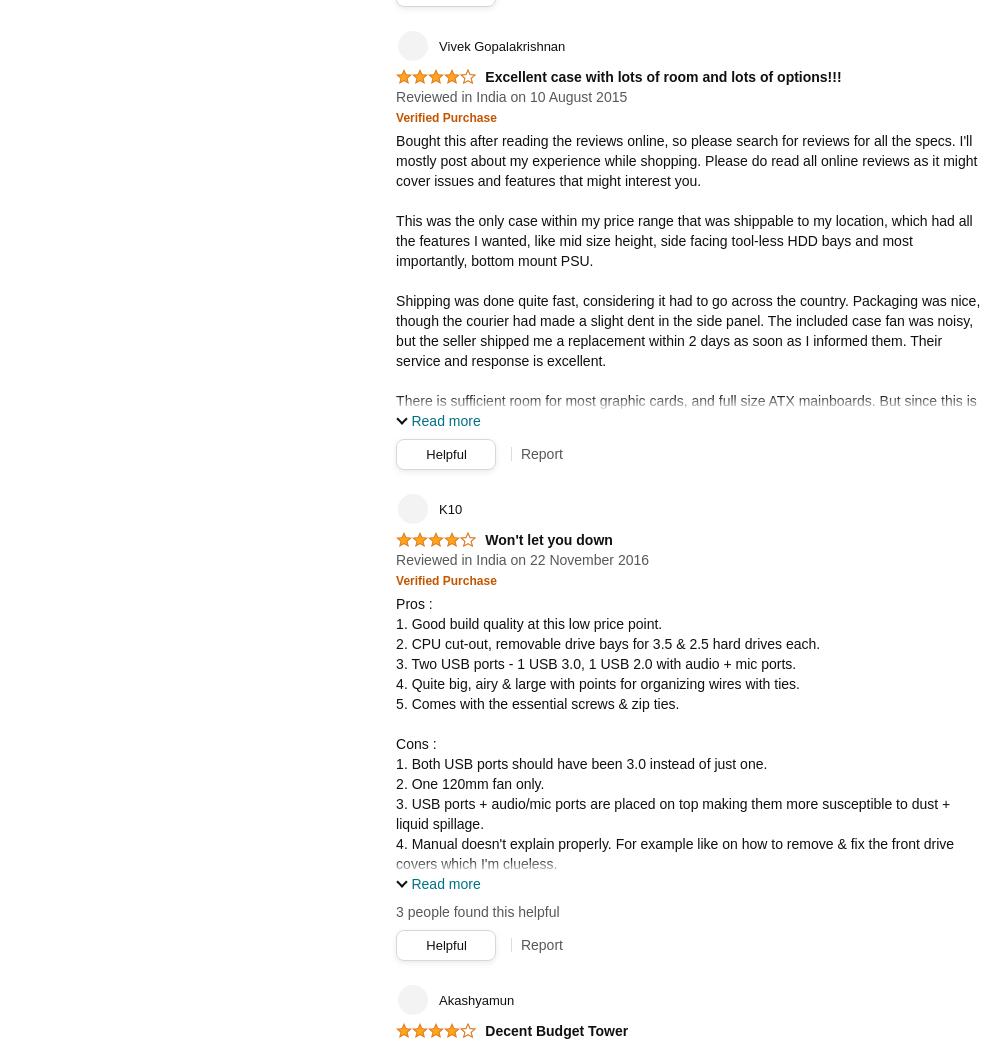 This screenshot has width=1000, height=1044. What do you see at coordinates (537, 702) in the screenshot?
I see `'5. Comes with the essential screws & zip ties.'` at bounding box center [537, 702].